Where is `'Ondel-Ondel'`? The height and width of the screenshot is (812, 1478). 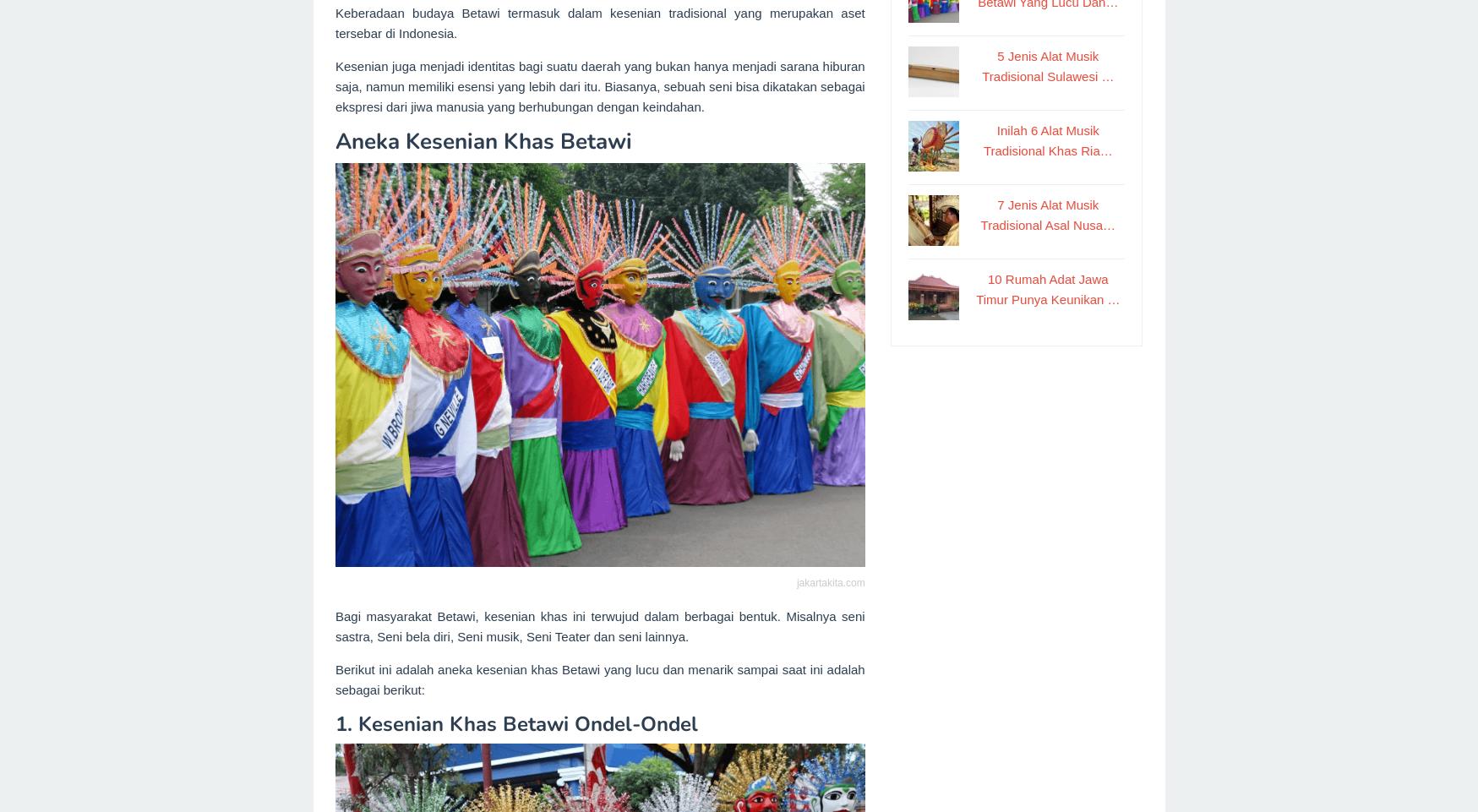
'Ondel-Ondel' is located at coordinates (635, 723).